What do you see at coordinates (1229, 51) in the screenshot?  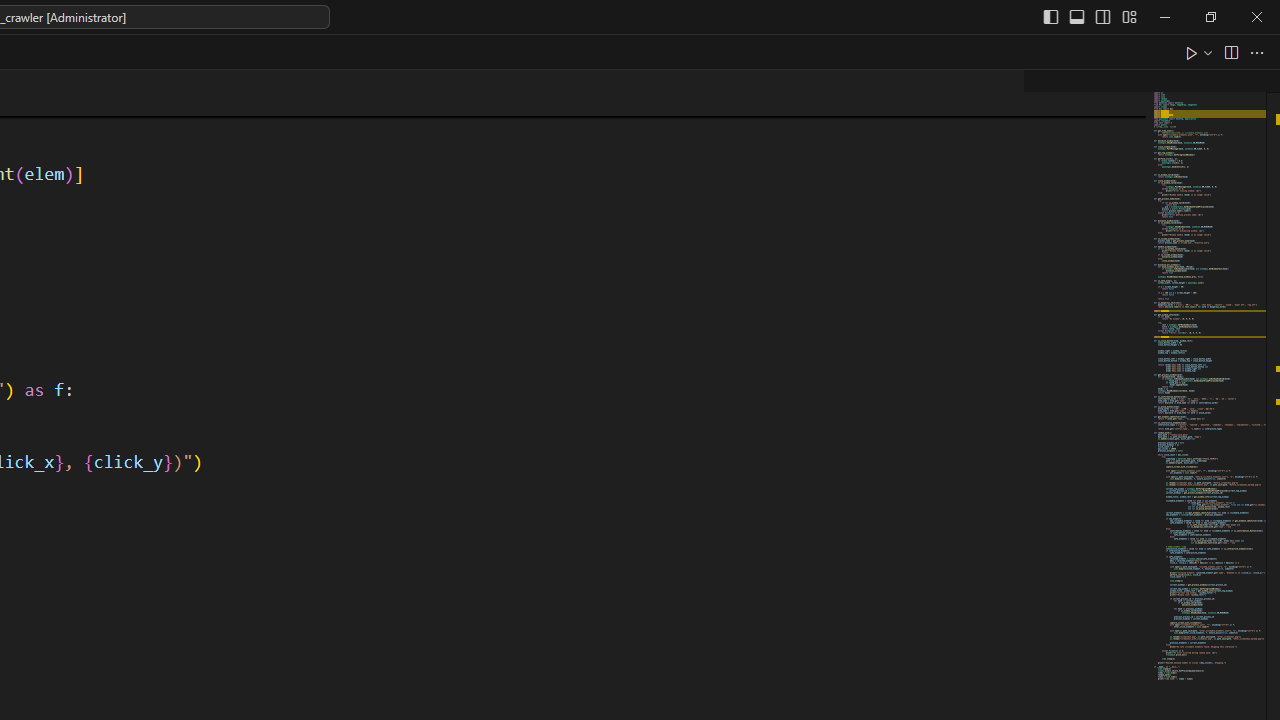 I see `'Split Editor Right (Ctrl+\) [Alt] Split Editor Down'` at bounding box center [1229, 51].